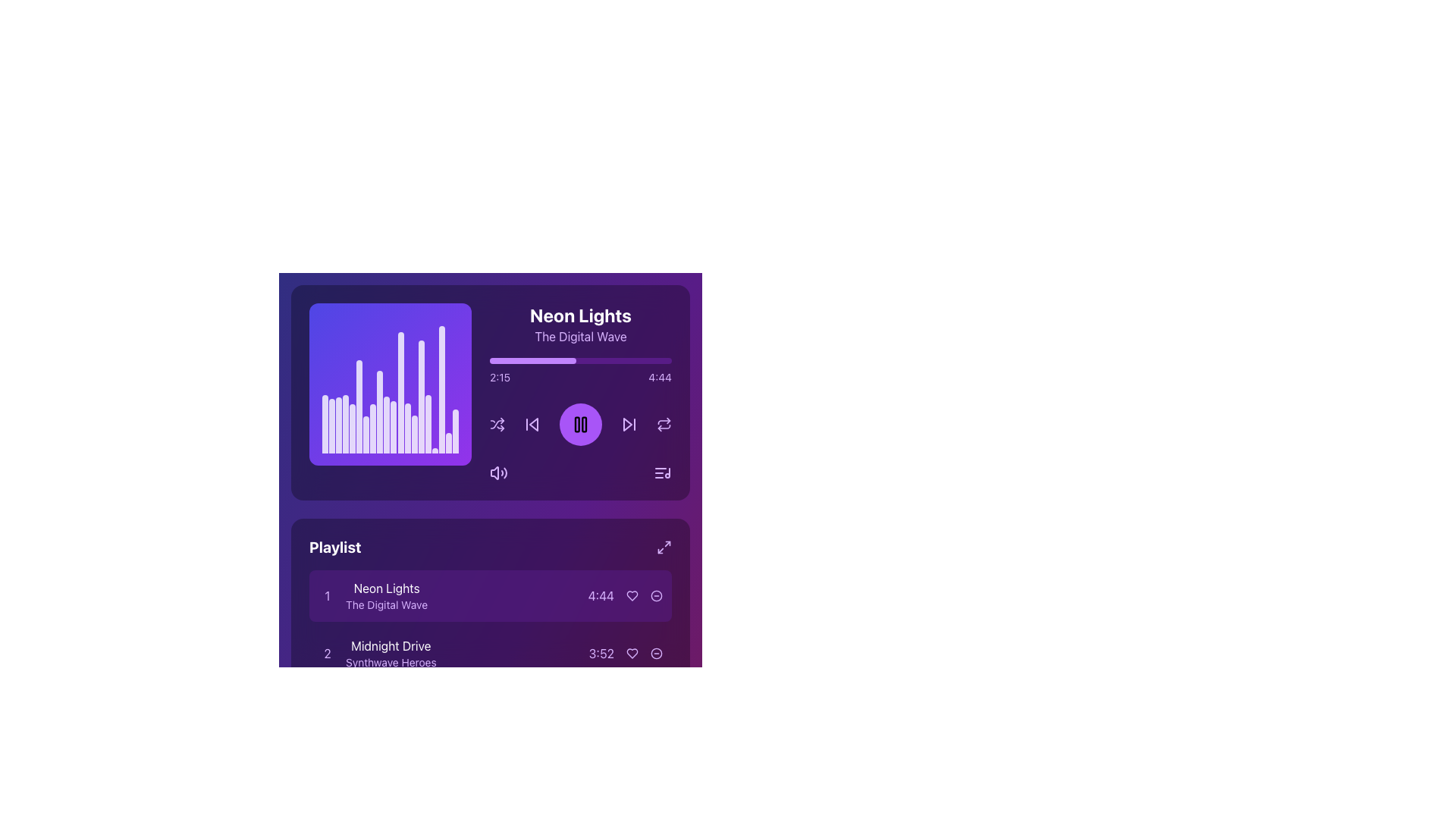 This screenshot has height=819, width=1456. I want to click on the circular purple button with a black pause icon in its center, so click(580, 424).